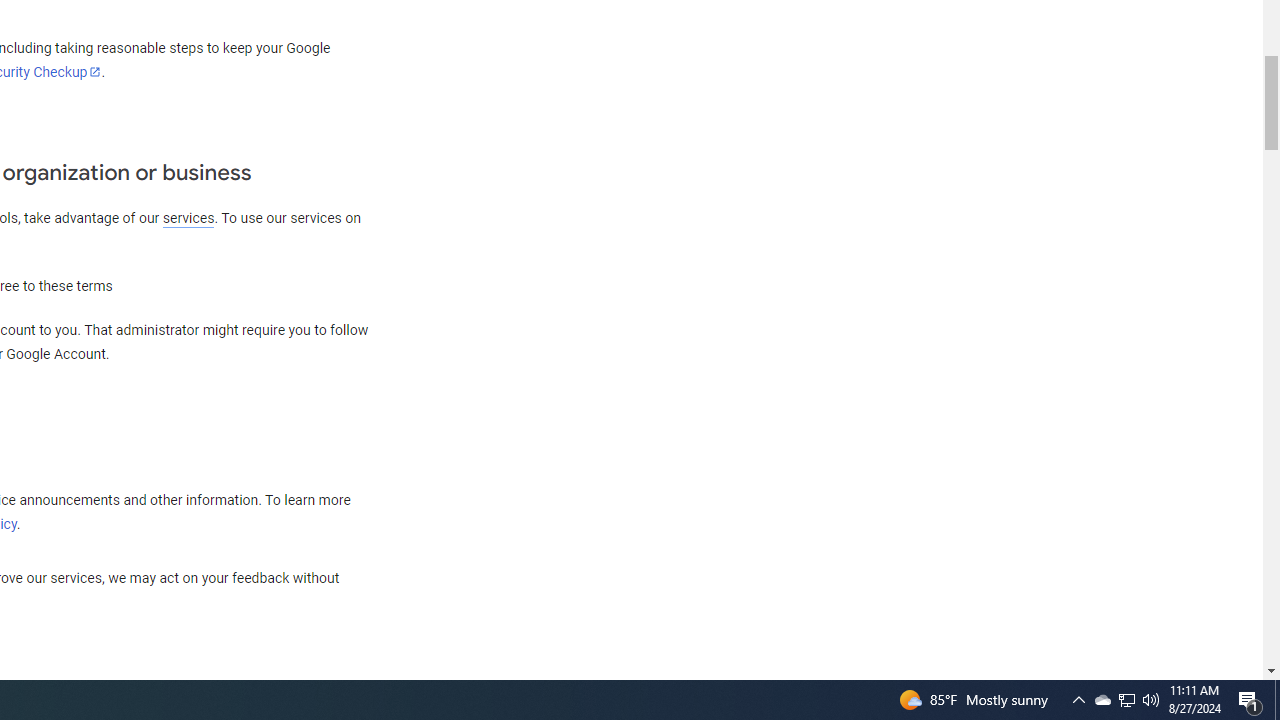  I want to click on 'services', so click(188, 218).